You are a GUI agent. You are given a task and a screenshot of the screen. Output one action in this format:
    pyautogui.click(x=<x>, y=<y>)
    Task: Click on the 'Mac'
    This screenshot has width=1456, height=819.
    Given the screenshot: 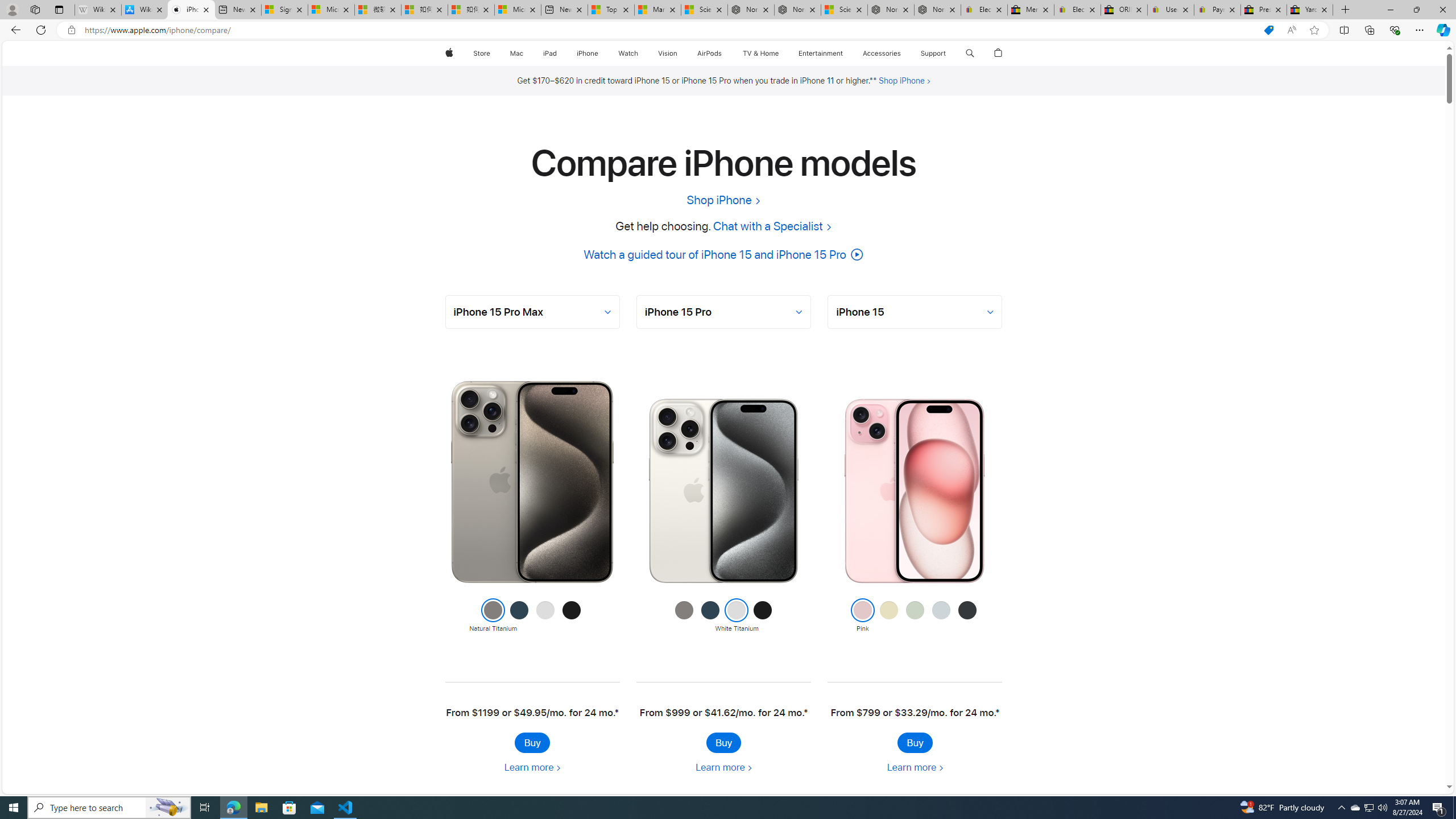 What is the action you would take?
    pyautogui.click(x=515, y=53)
    